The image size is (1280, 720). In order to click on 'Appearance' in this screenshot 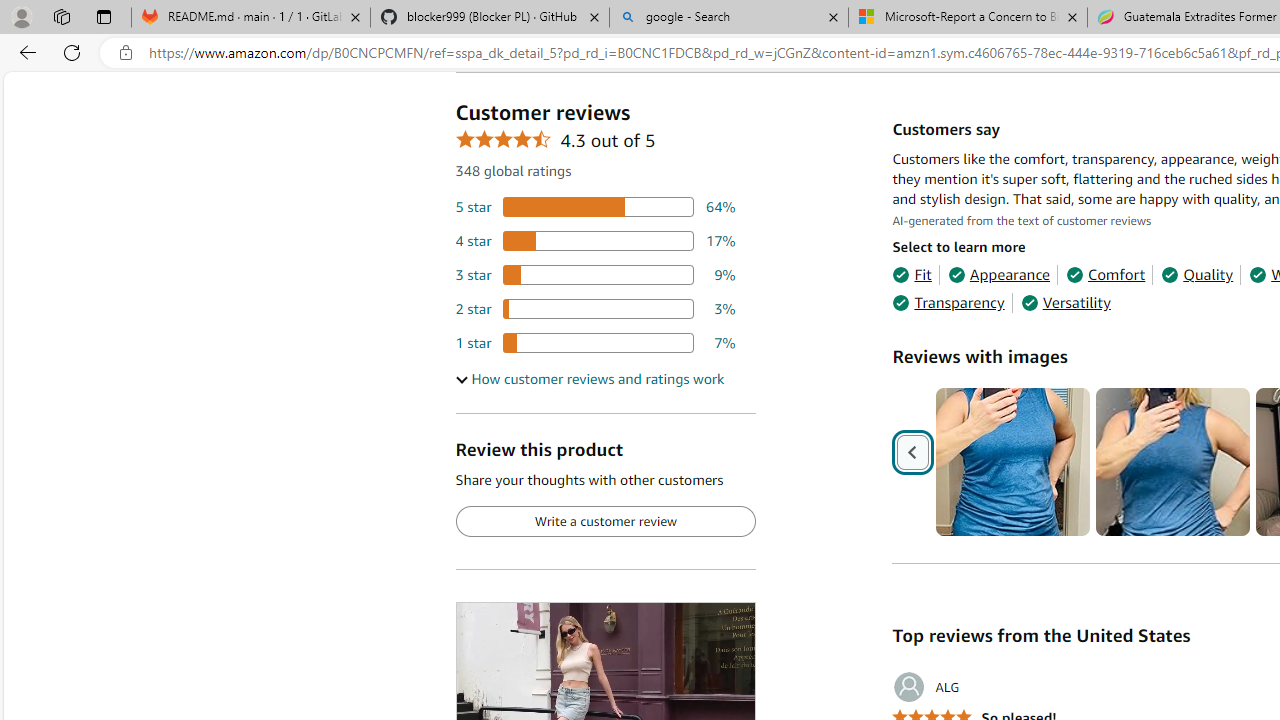, I will do `click(999, 275)`.